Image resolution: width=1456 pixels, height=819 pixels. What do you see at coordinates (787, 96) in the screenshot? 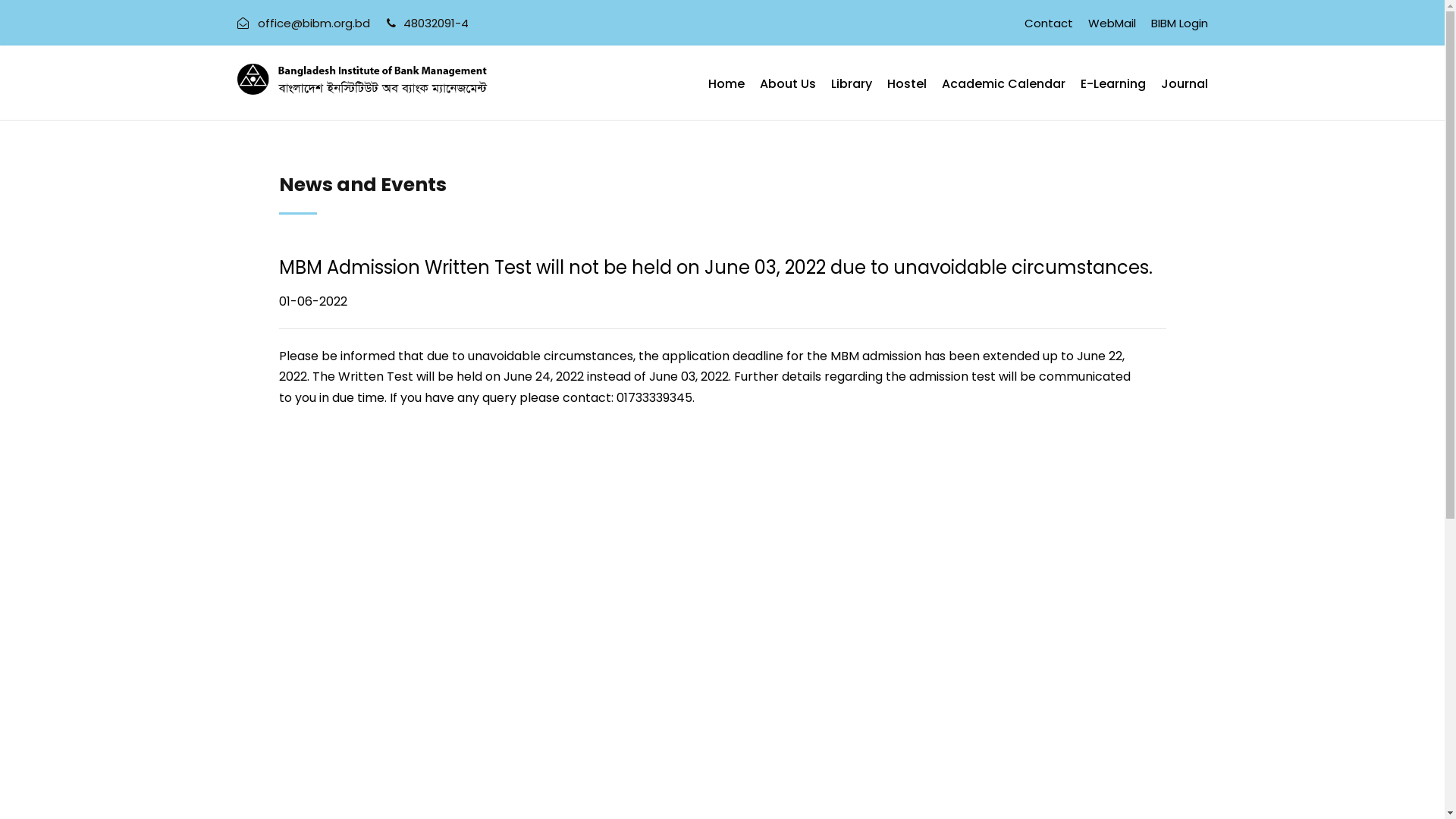
I see `'About Us'` at bounding box center [787, 96].